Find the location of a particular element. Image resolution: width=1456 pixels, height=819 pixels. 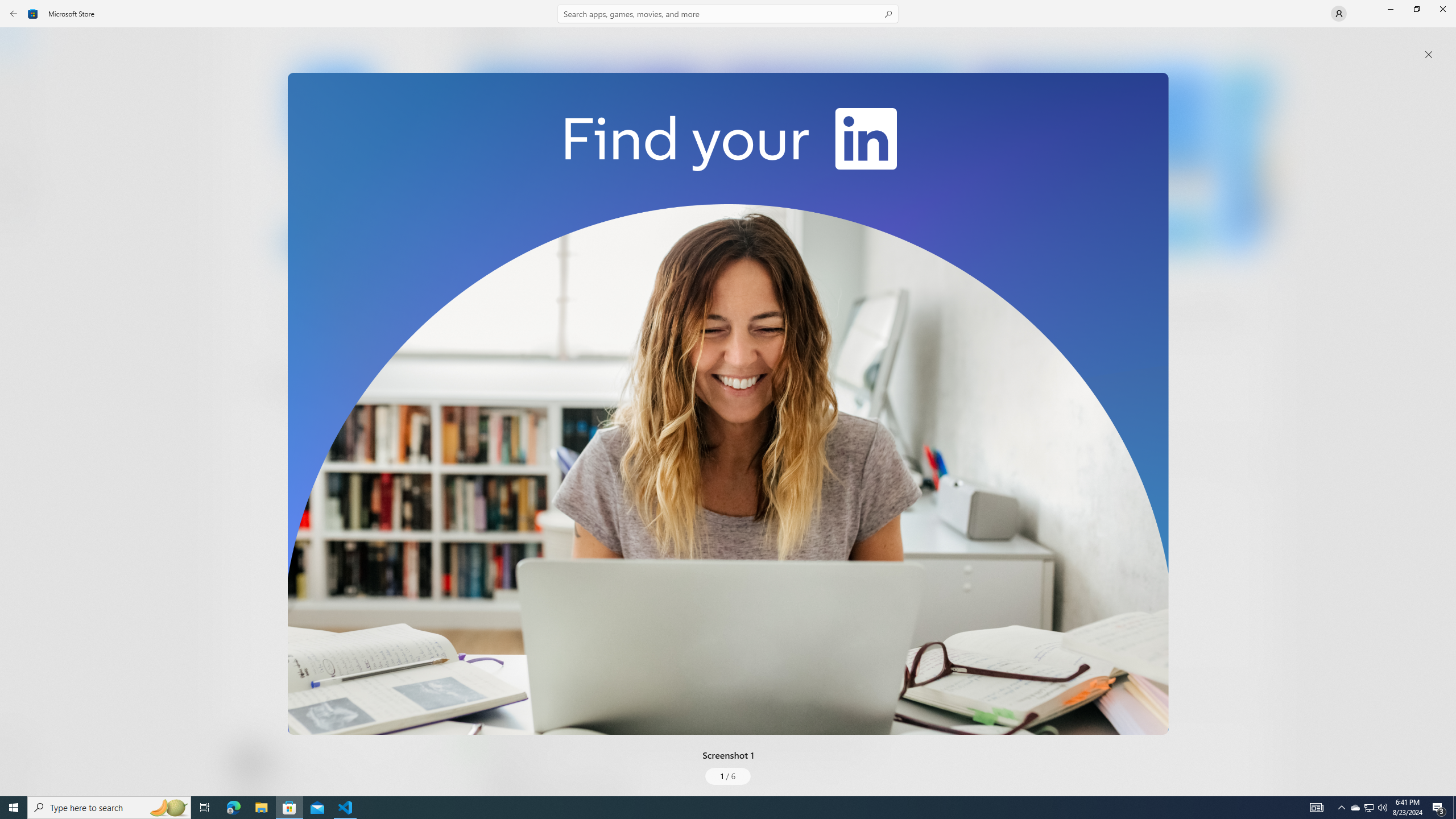

'close popup window' is located at coordinates (1428, 54).